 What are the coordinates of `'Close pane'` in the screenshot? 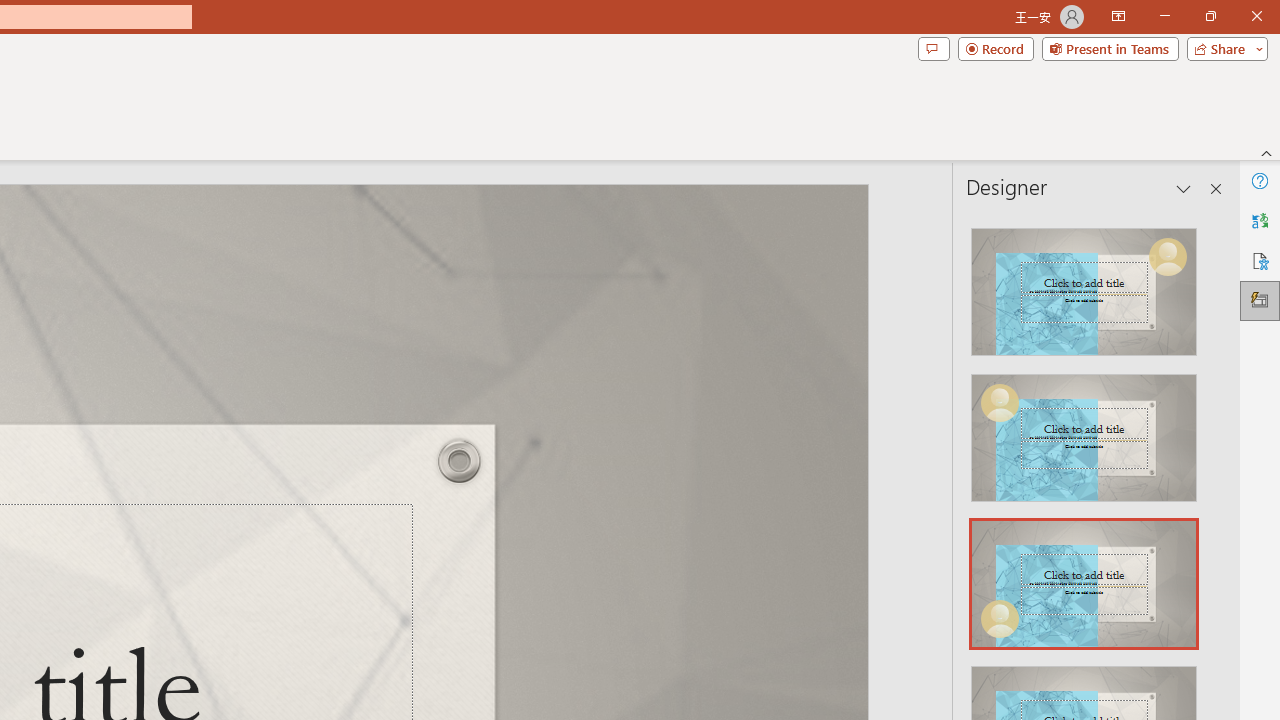 It's located at (1215, 189).